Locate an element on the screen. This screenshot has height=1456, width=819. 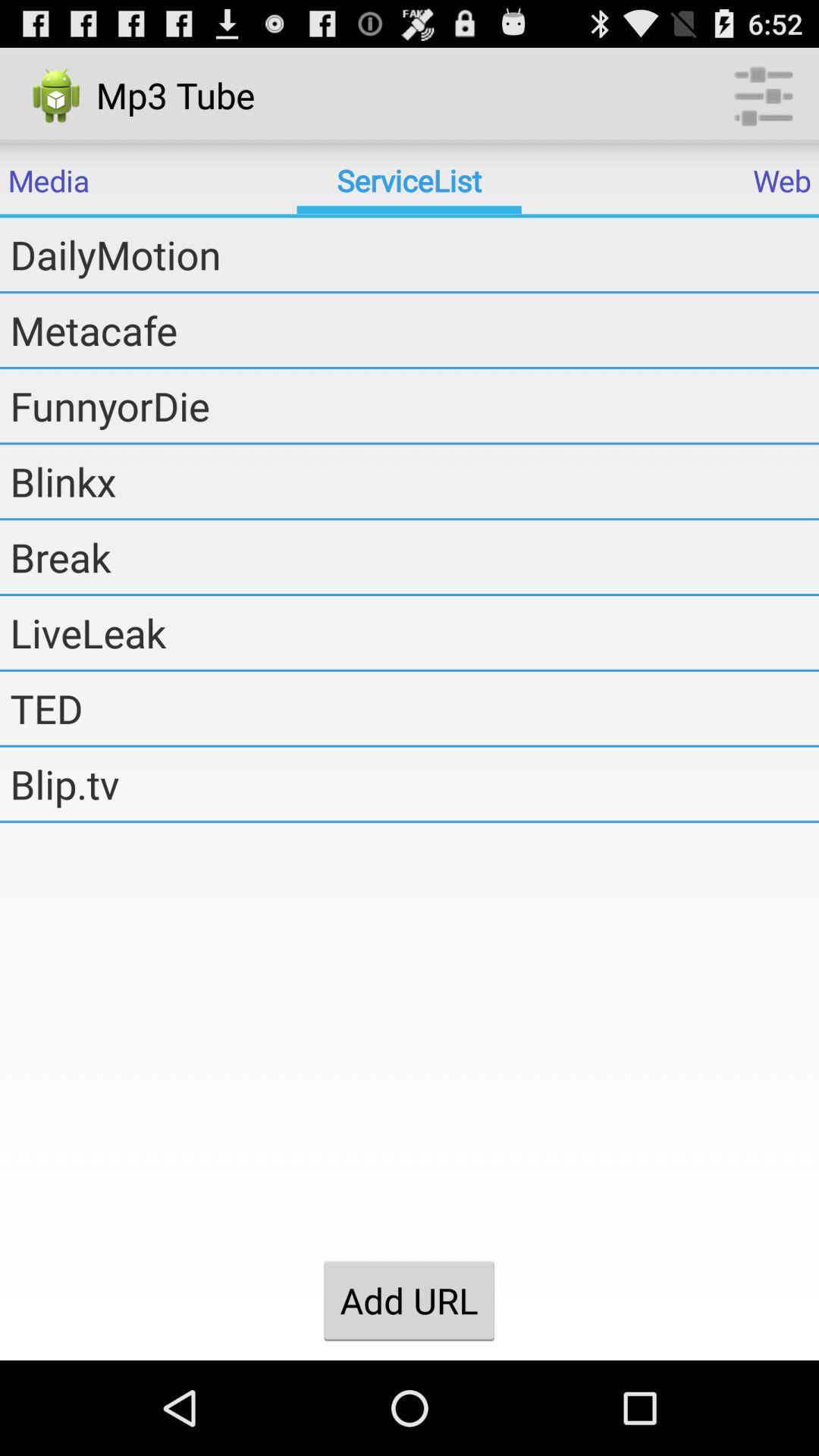
the blinkx item is located at coordinates (414, 480).